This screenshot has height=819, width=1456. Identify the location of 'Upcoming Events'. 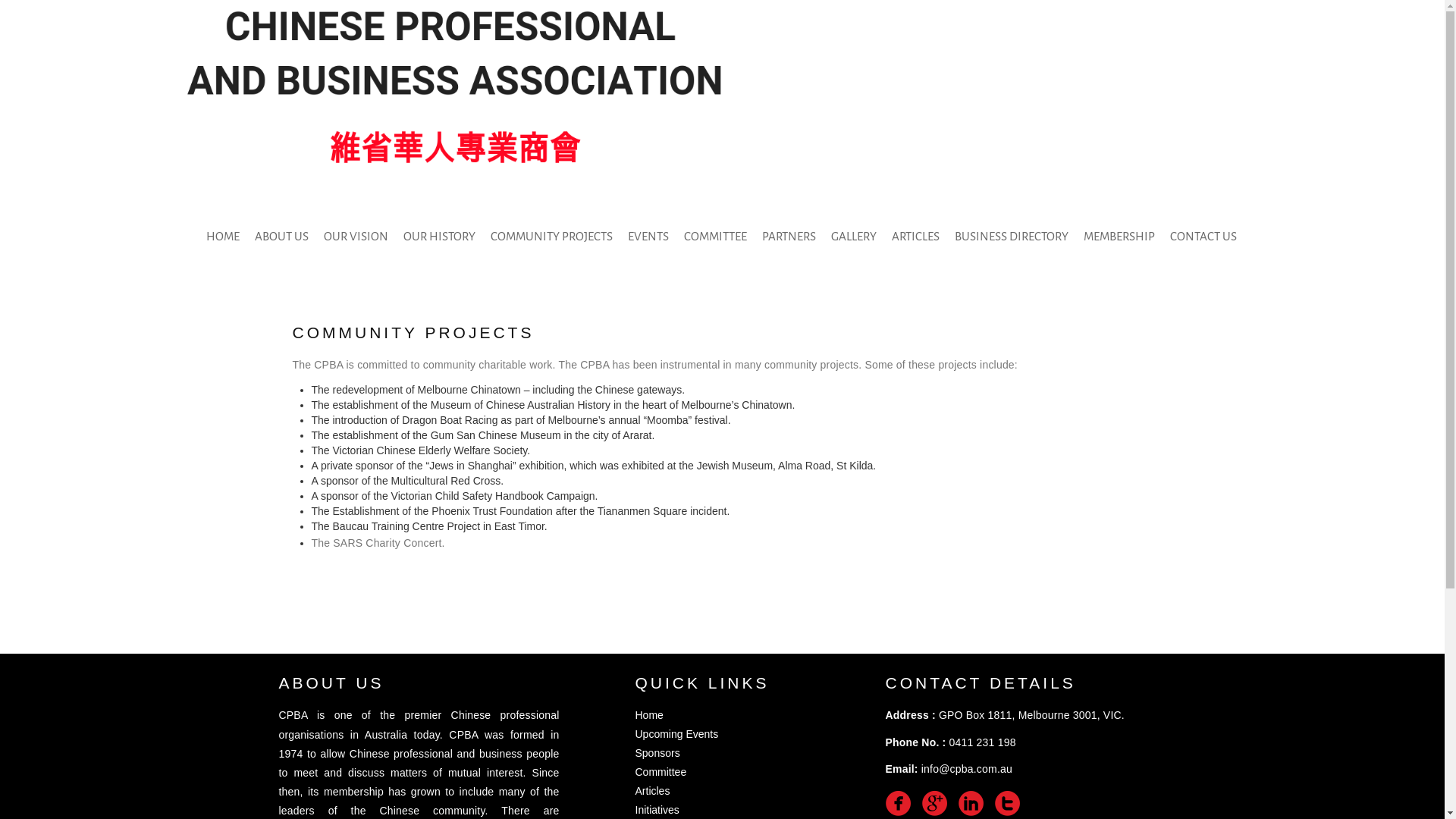
(676, 733).